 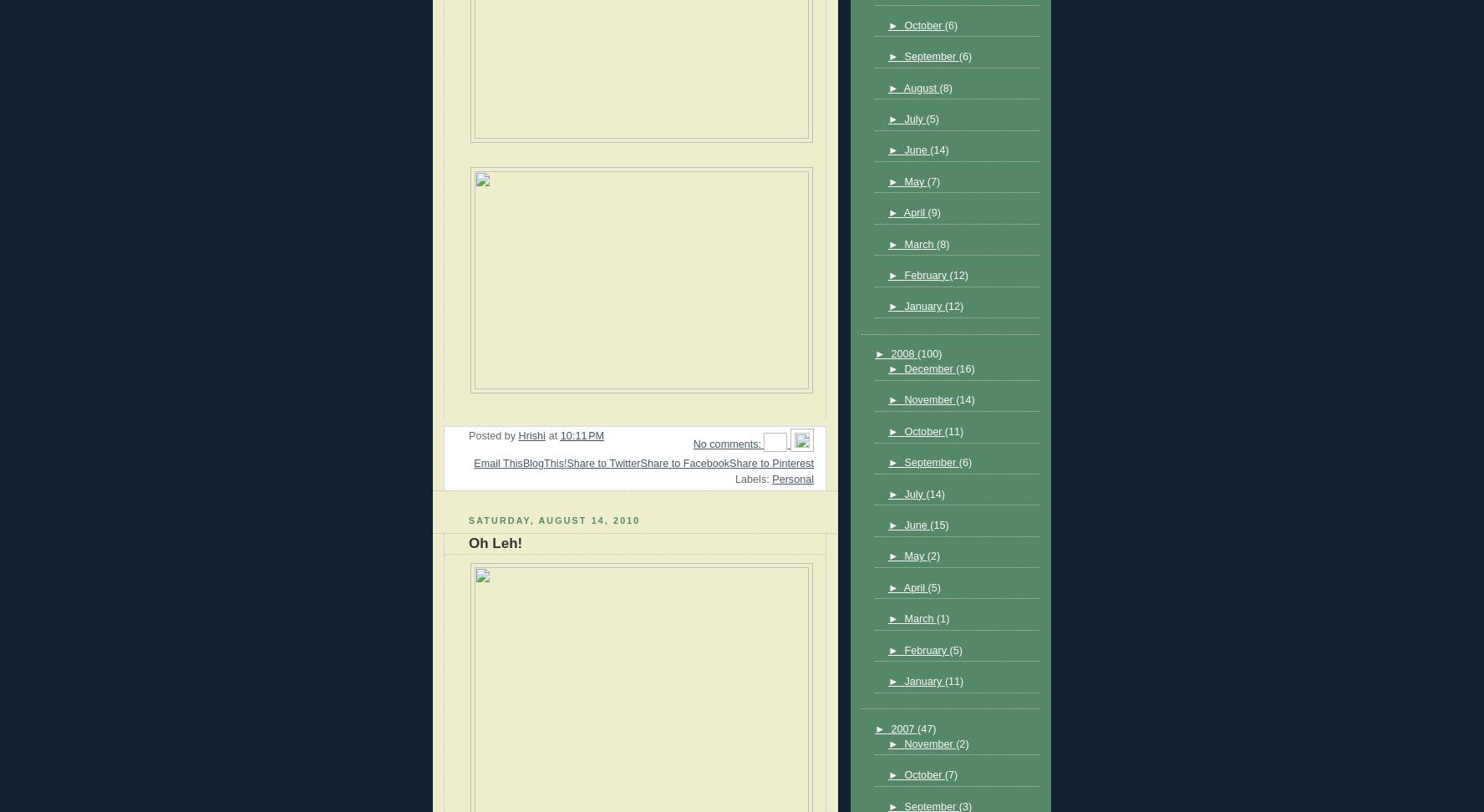 What do you see at coordinates (602, 462) in the screenshot?
I see `'Share to Twitter'` at bounding box center [602, 462].